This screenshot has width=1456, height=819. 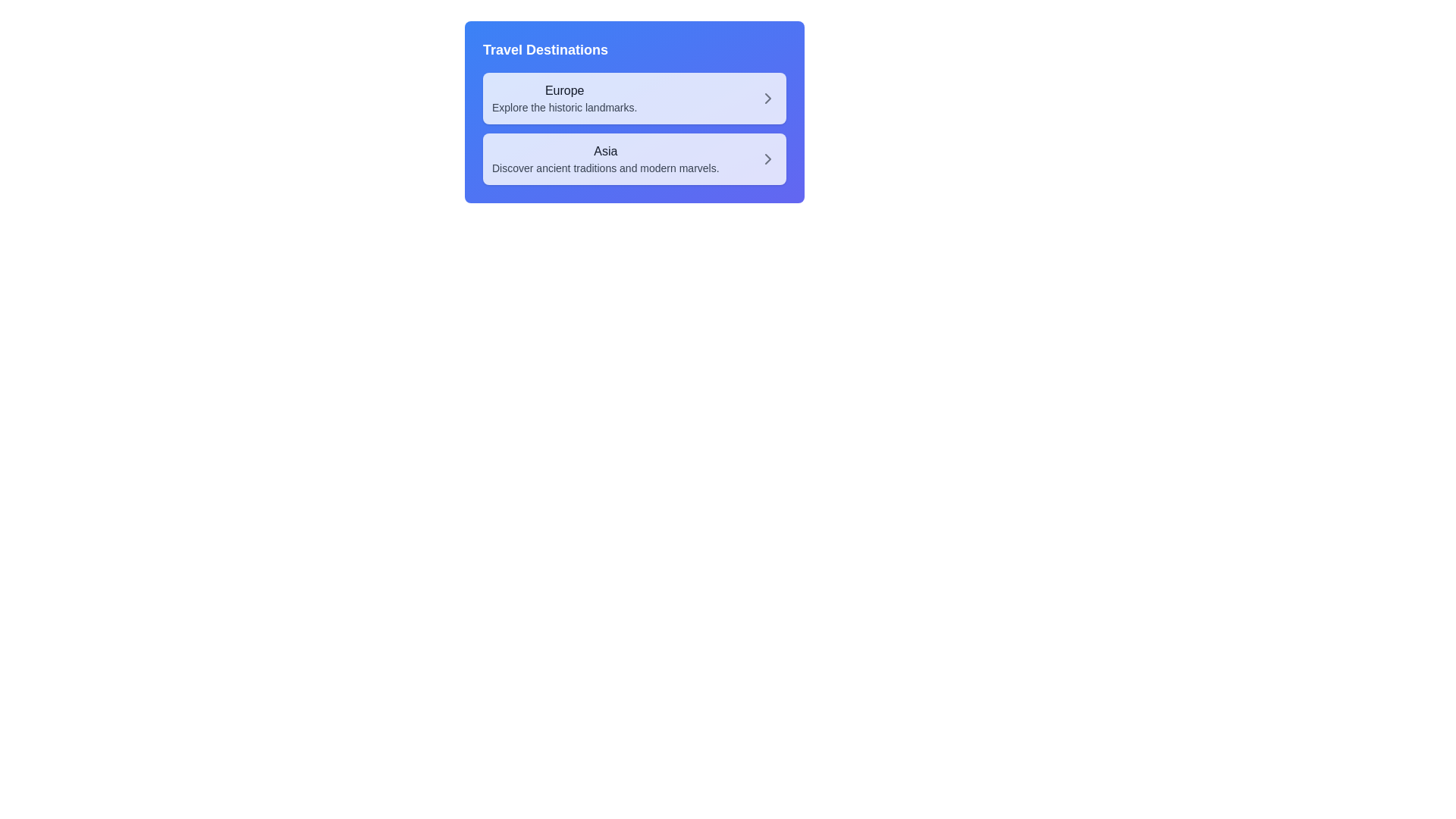 I want to click on the interactive navigational icon located in the bottom box labeled 'Asia', so click(x=767, y=158).